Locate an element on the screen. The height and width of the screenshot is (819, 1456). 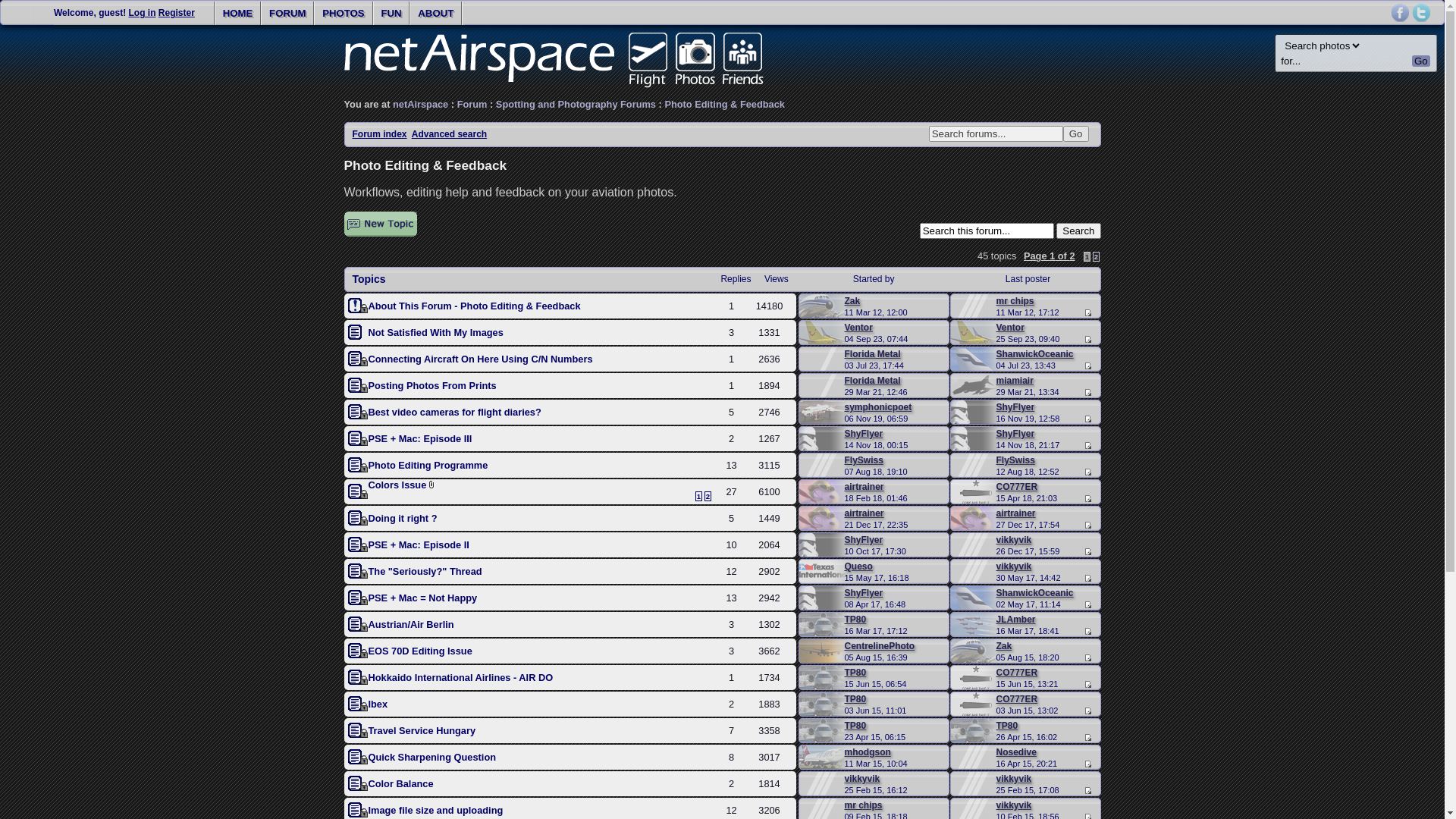
'TP80' is located at coordinates (855, 672).